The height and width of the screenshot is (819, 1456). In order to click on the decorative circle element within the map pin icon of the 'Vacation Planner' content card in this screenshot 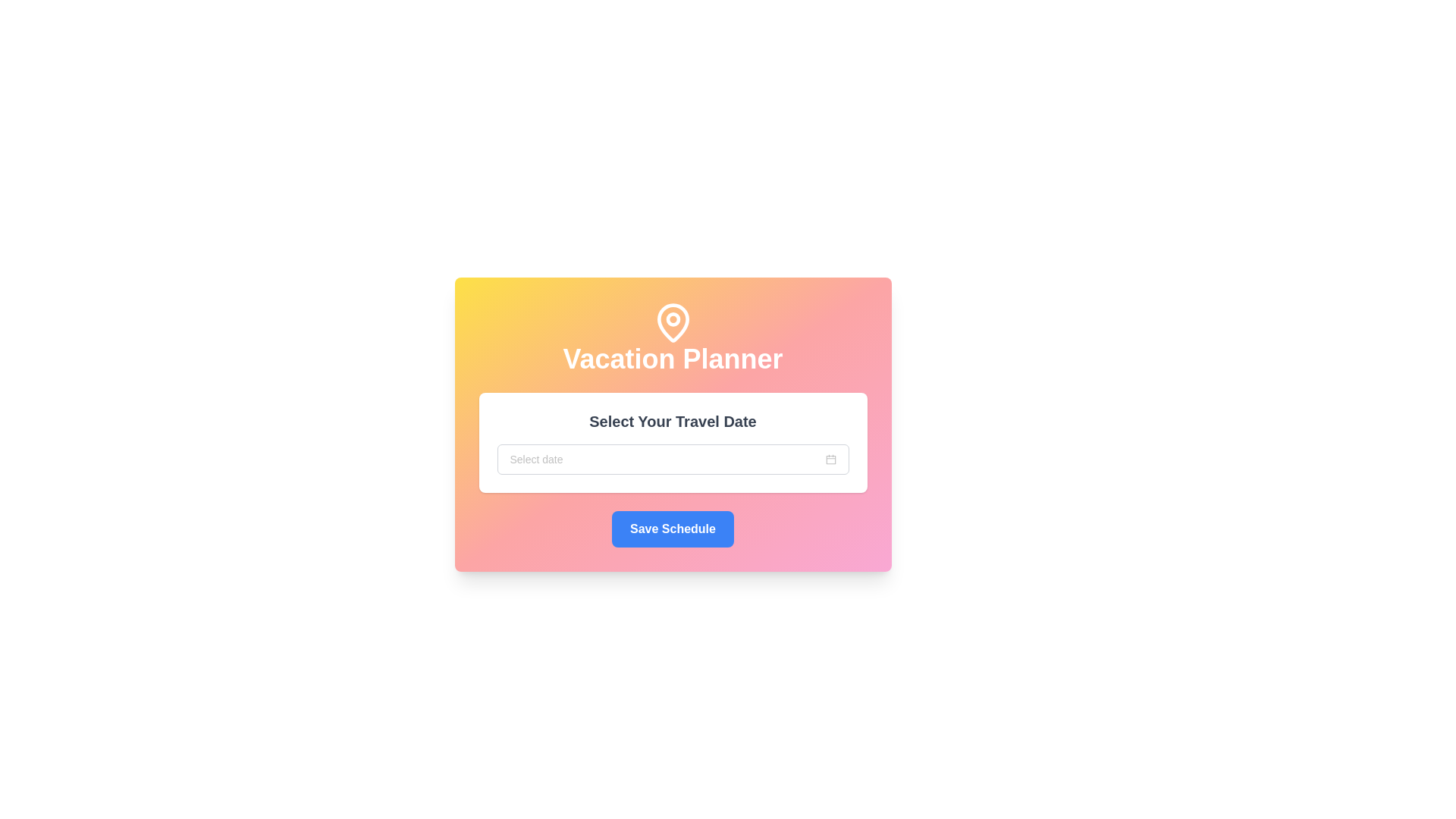, I will do `click(672, 318)`.